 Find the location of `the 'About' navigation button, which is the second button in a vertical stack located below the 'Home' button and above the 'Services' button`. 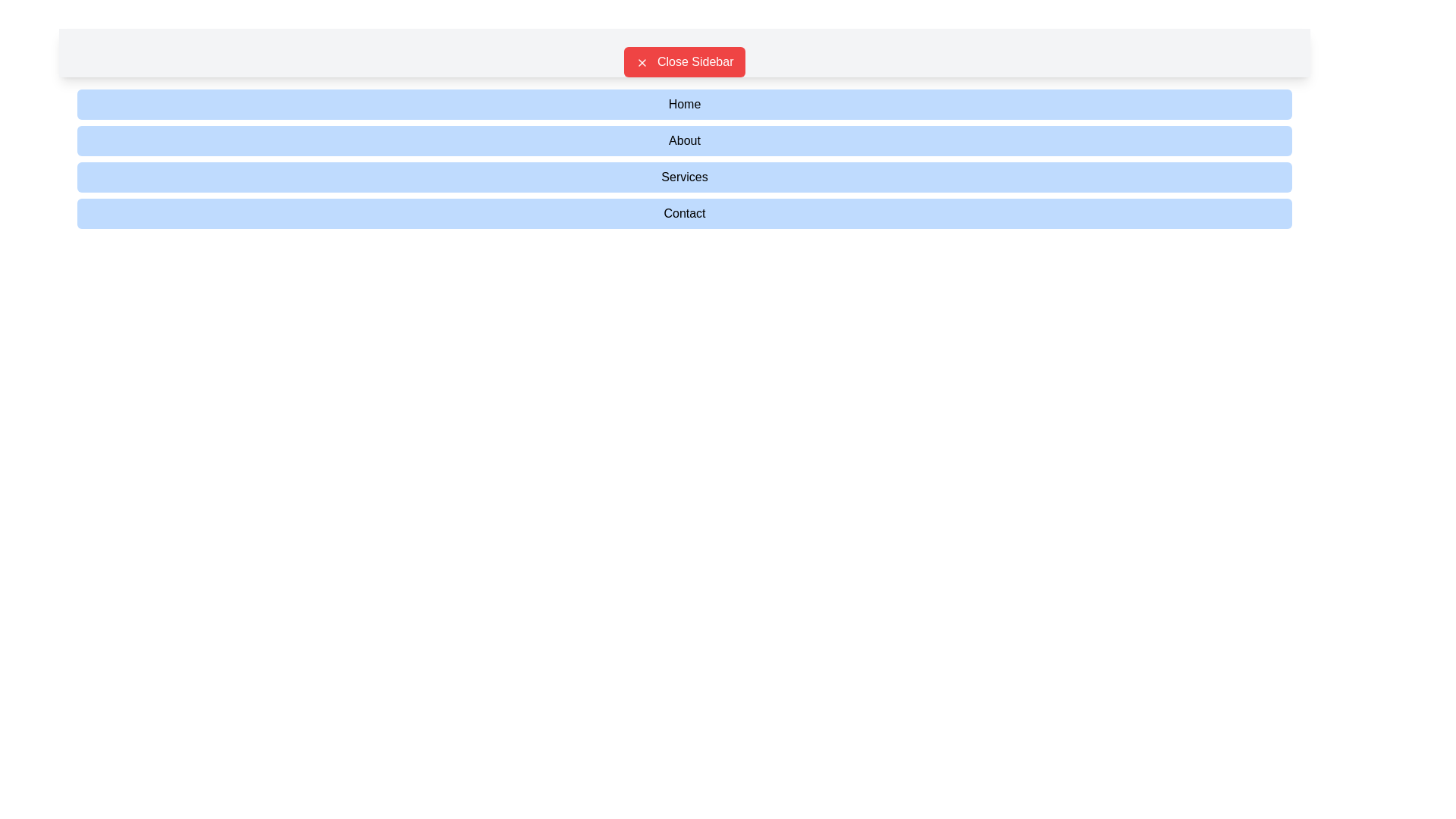

the 'About' navigation button, which is the second button in a vertical stack located below the 'Home' button and above the 'Services' button is located at coordinates (683, 140).